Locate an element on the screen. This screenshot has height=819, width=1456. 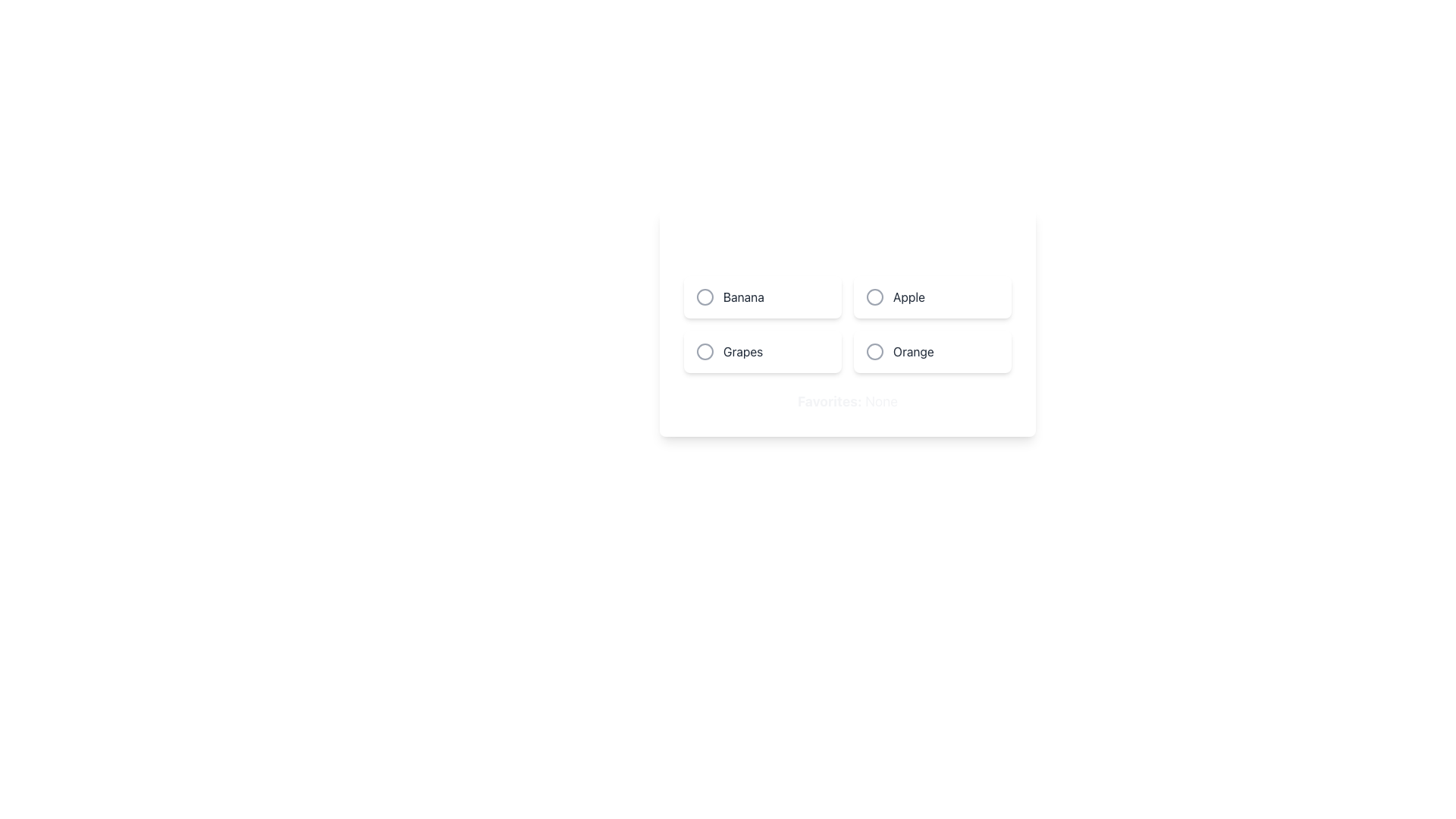
the grid layout containing selectable fruit options (Banana, Apple, Grapes, and Orange) is located at coordinates (847, 324).